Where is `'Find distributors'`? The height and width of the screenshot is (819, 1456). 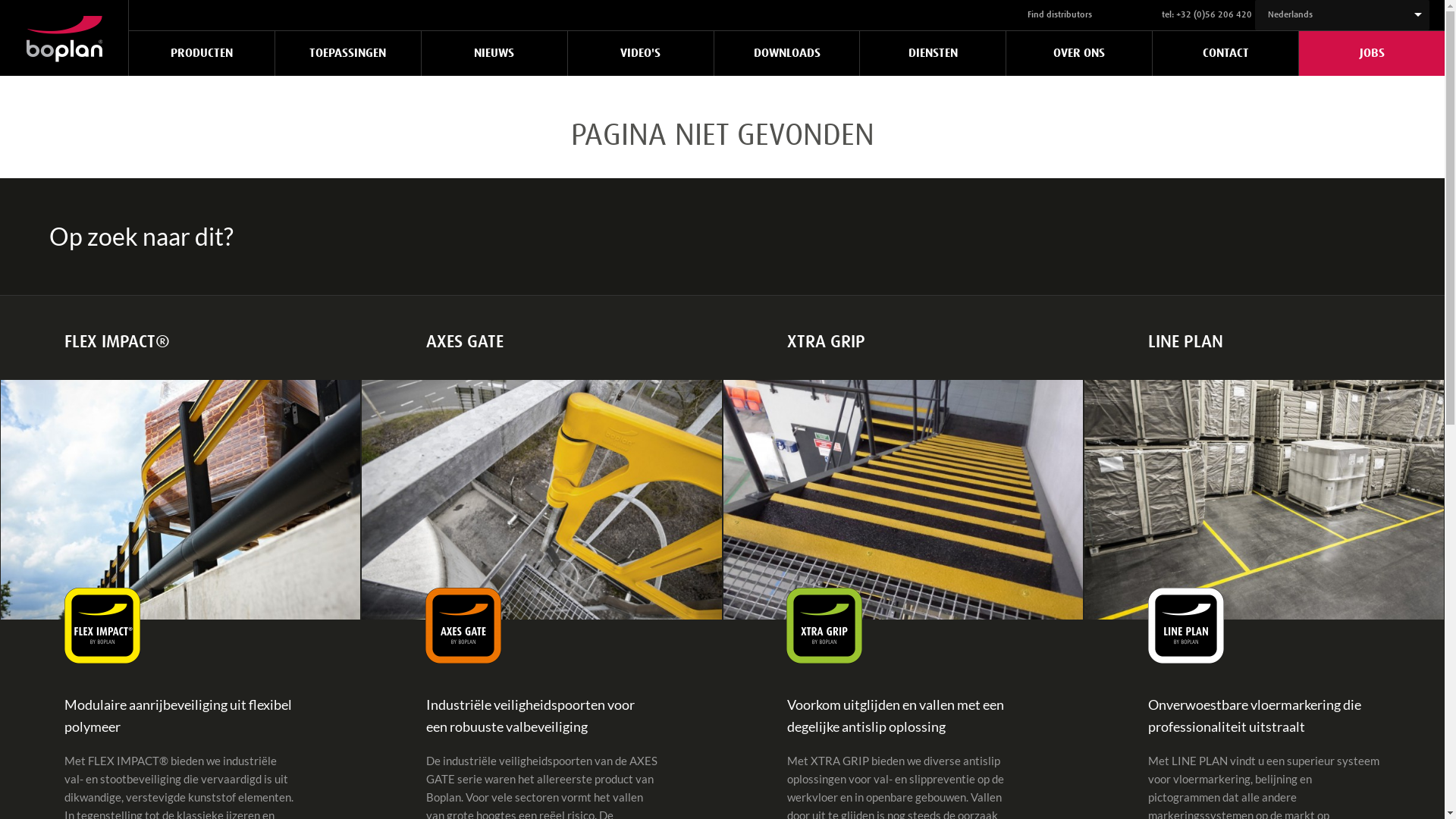 'Find distributors' is located at coordinates (1059, 14).